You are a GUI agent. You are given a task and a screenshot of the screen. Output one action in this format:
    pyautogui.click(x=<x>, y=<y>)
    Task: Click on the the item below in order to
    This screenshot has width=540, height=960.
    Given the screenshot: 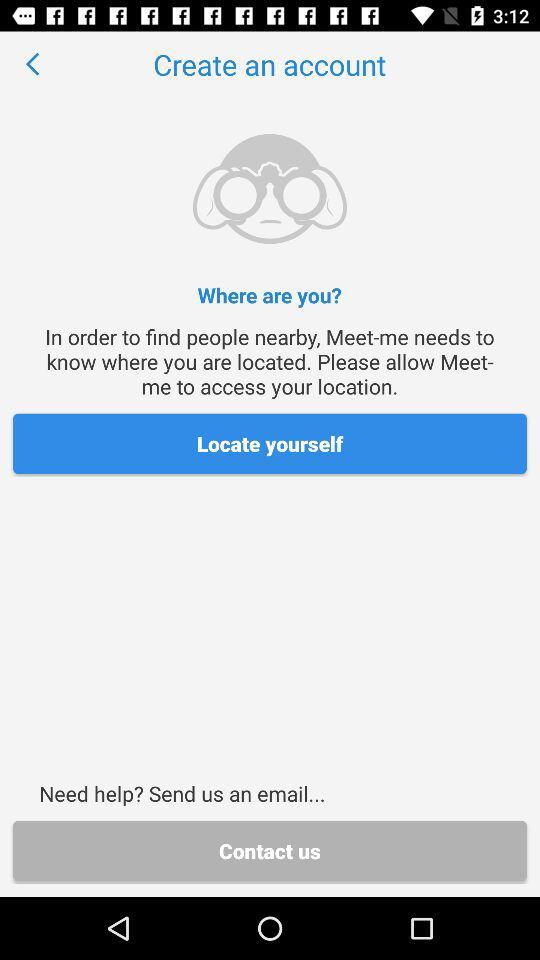 What is the action you would take?
    pyautogui.click(x=270, y=443)
    